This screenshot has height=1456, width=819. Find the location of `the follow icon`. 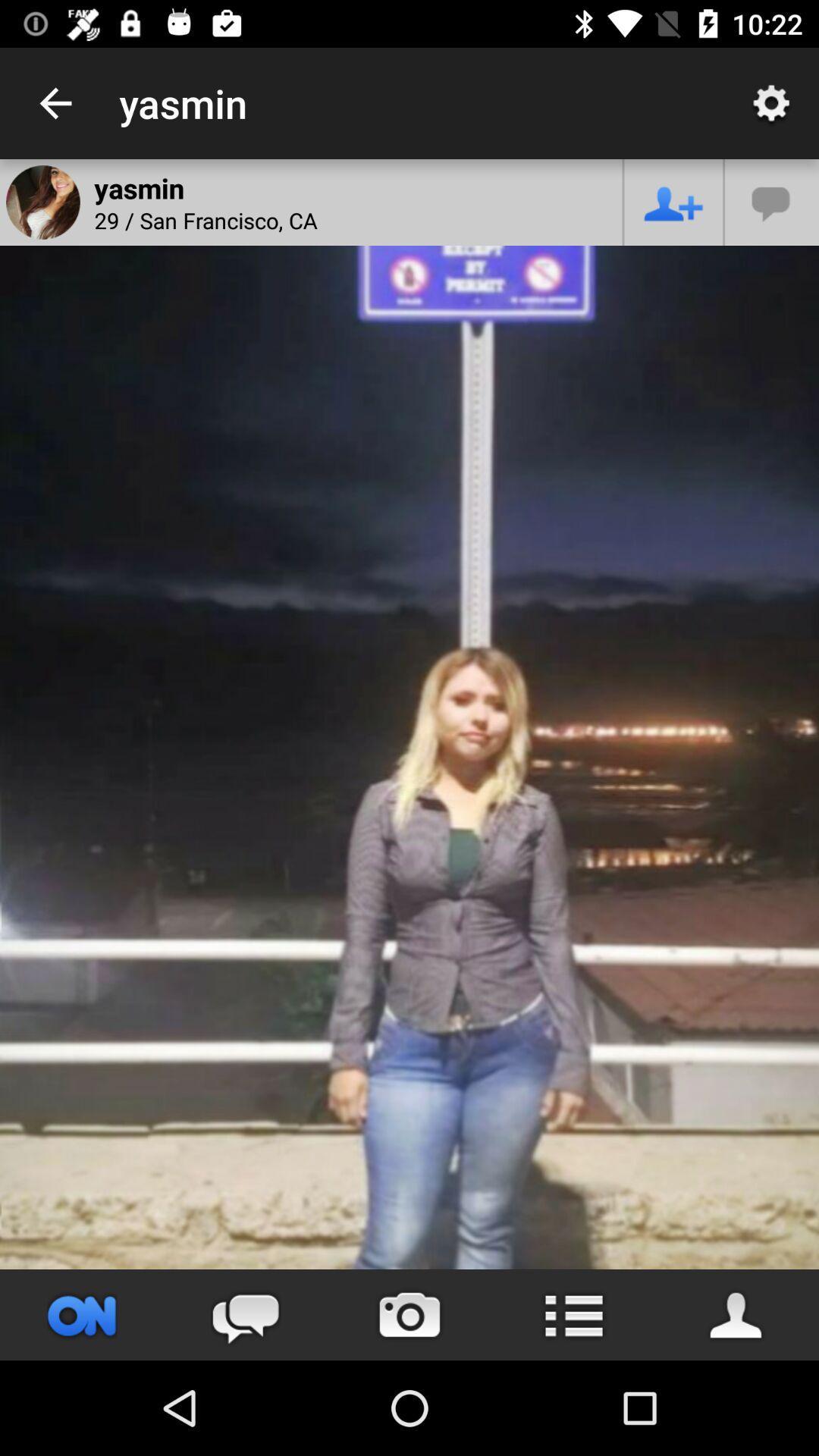

the follow icon is located at coordinates (671, 201).